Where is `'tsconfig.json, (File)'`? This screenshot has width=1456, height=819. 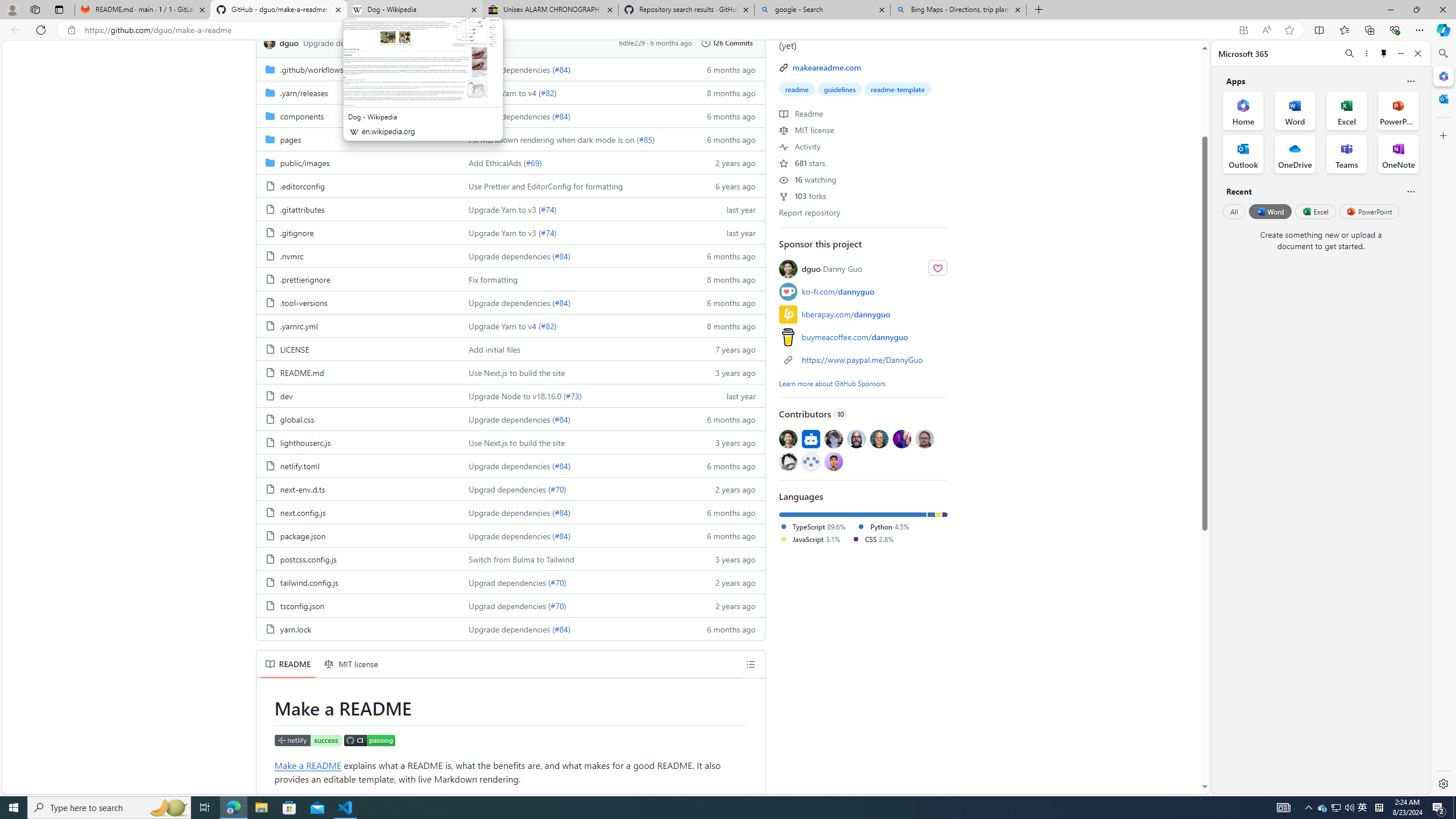
'tsconfig.json, (File)' is located at coordinates (357, 605).